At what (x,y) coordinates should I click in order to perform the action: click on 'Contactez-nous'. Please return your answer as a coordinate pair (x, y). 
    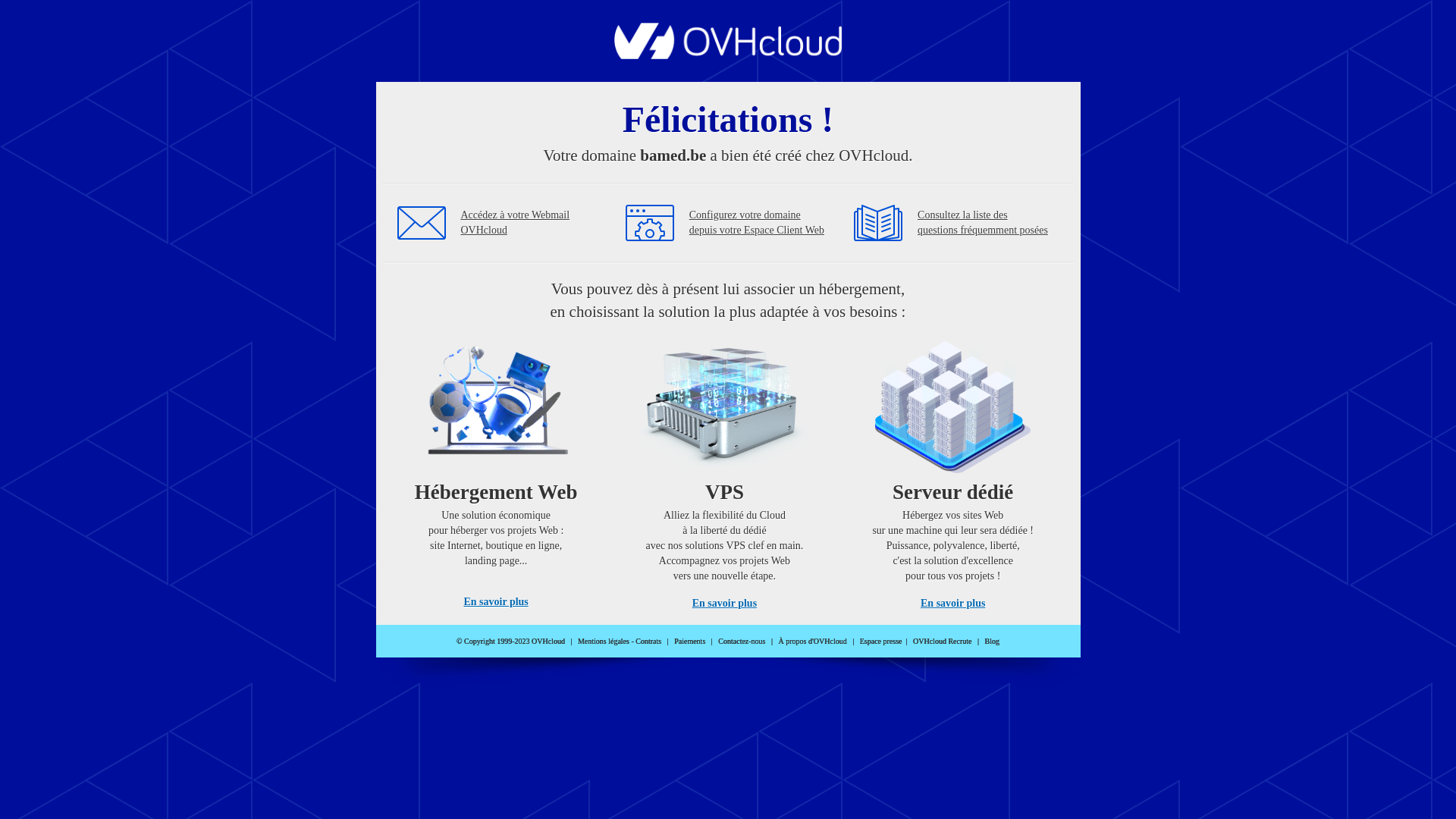
    Looking at the image, I should click on (717, 641).